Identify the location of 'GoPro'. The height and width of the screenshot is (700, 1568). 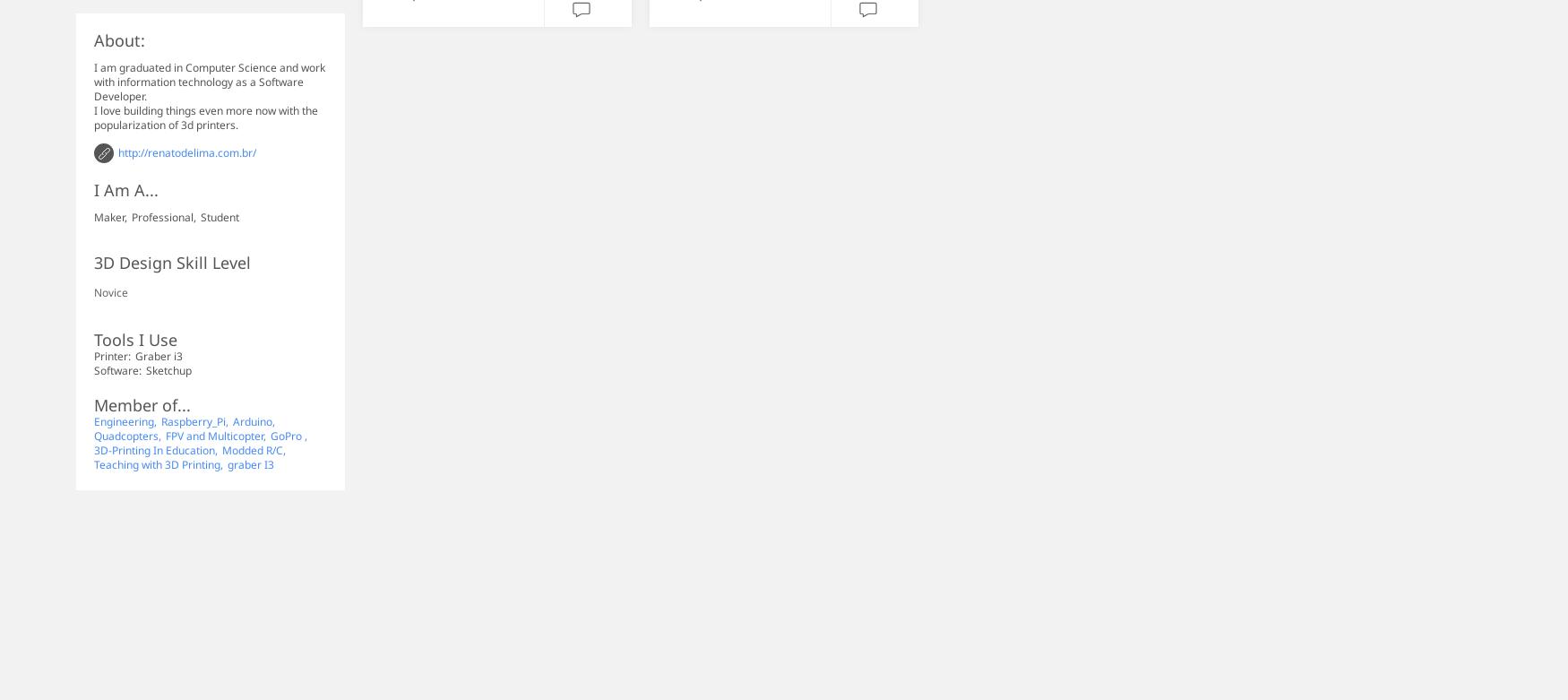
(287, 435).